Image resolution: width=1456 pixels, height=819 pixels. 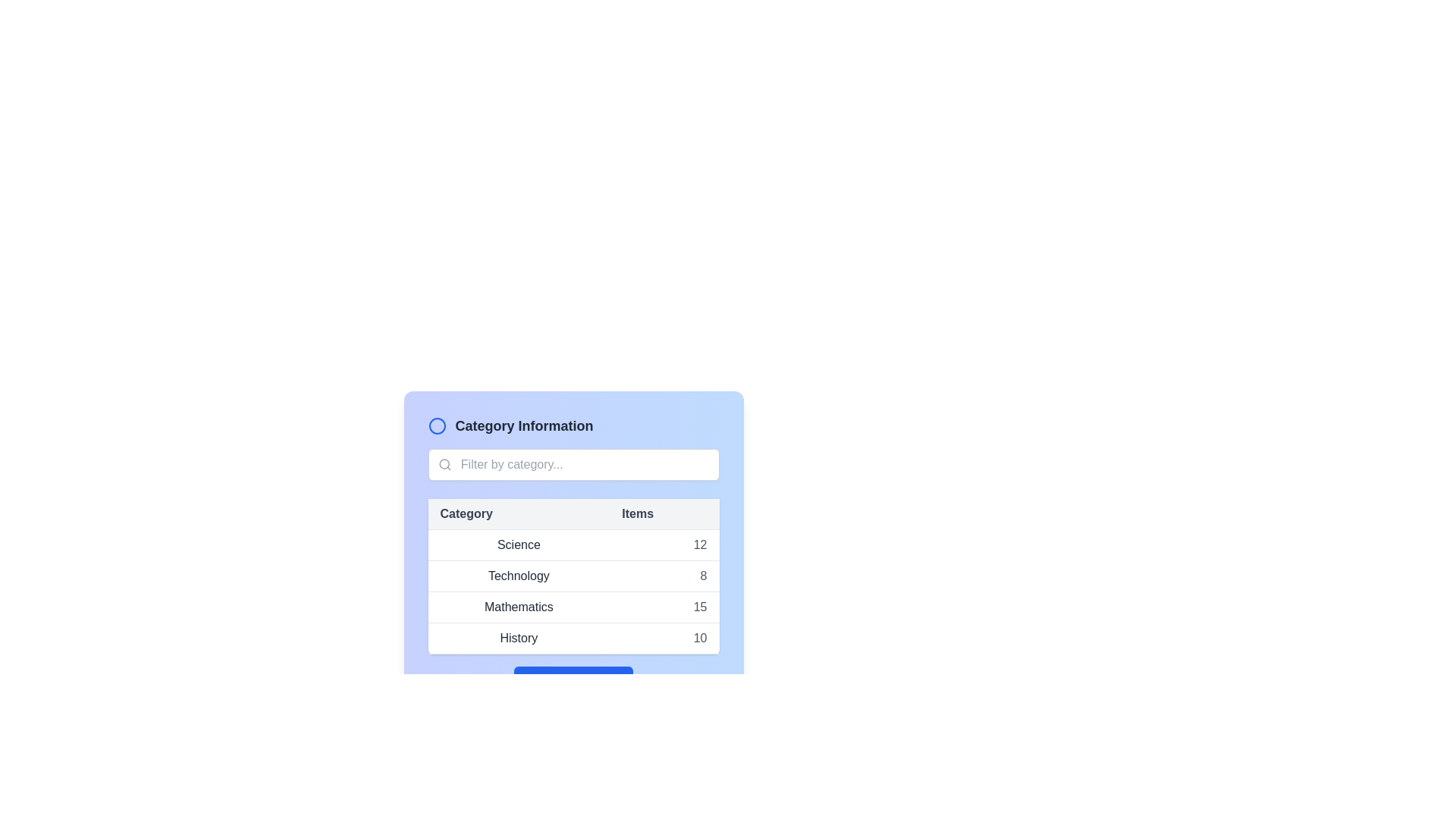 I want to click on numerical value '15' displayed in the second cell of the 'Mathematics' row under the 'Items' column in the table, so click(x=664, y=607).